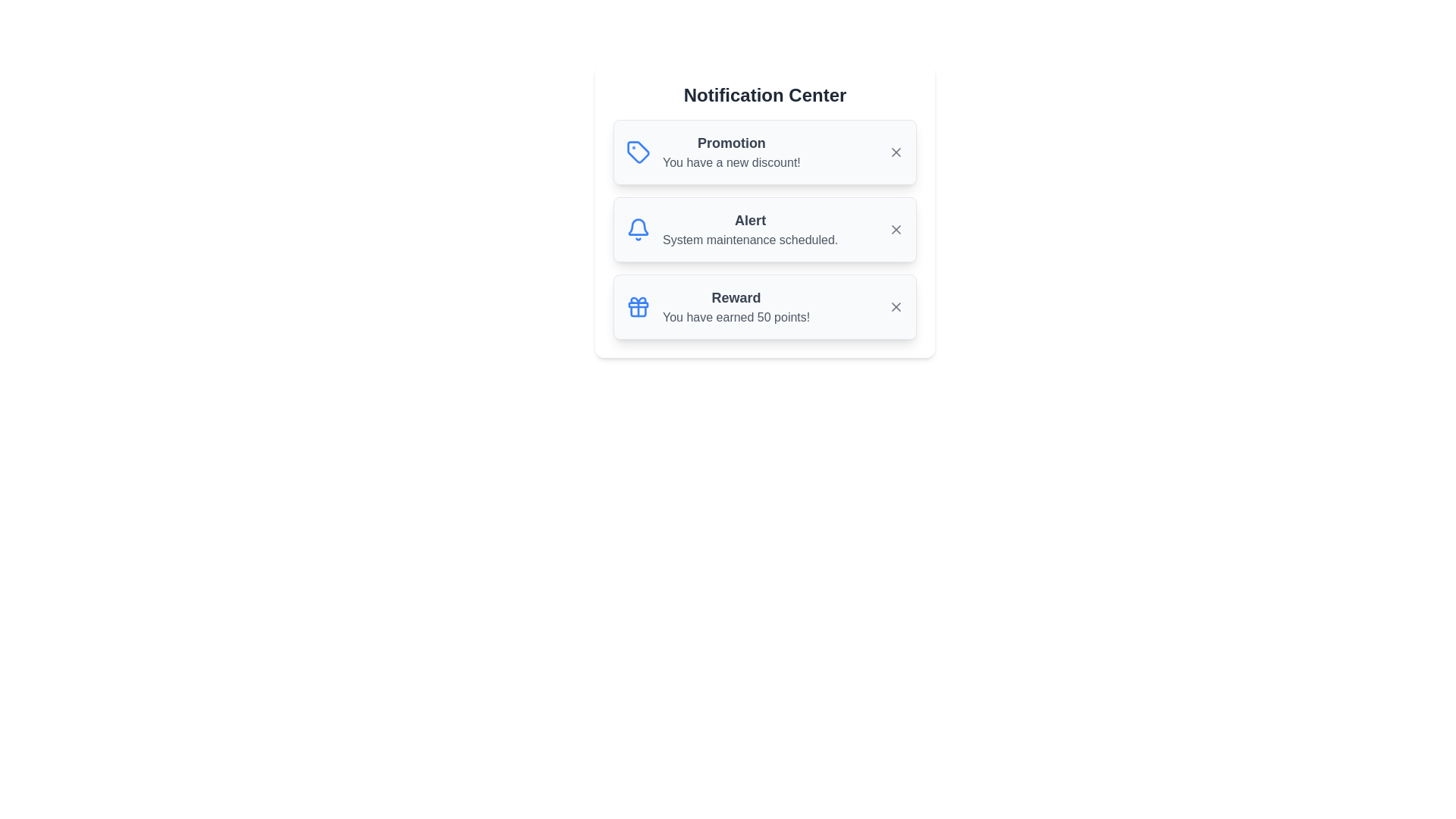  What do you see at coordinates (750, 230) in the screenshot?
I see `alert message from the Text component located in the middle notification card of the 'Notification Center', which notifies users about scheduled system maintenance` at bounding box center [750, 230].